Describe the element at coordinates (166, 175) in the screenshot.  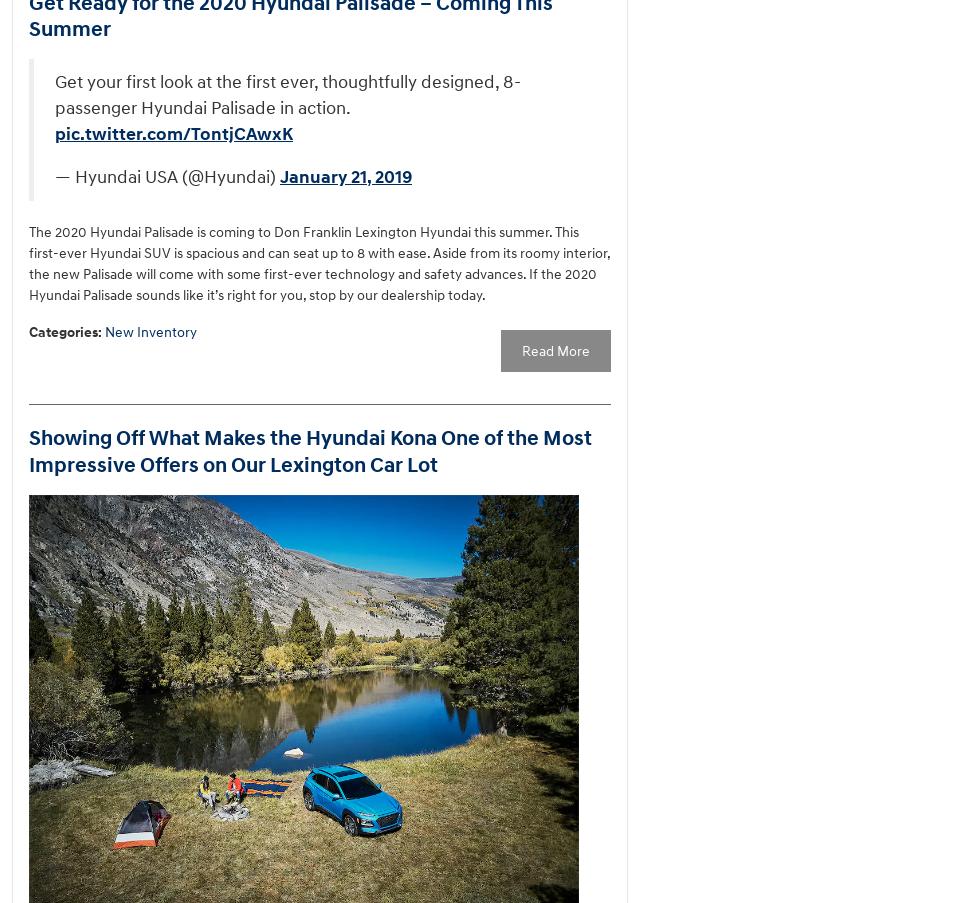
I see `'— Hyundai USA (@Hyundai)'` at that location.